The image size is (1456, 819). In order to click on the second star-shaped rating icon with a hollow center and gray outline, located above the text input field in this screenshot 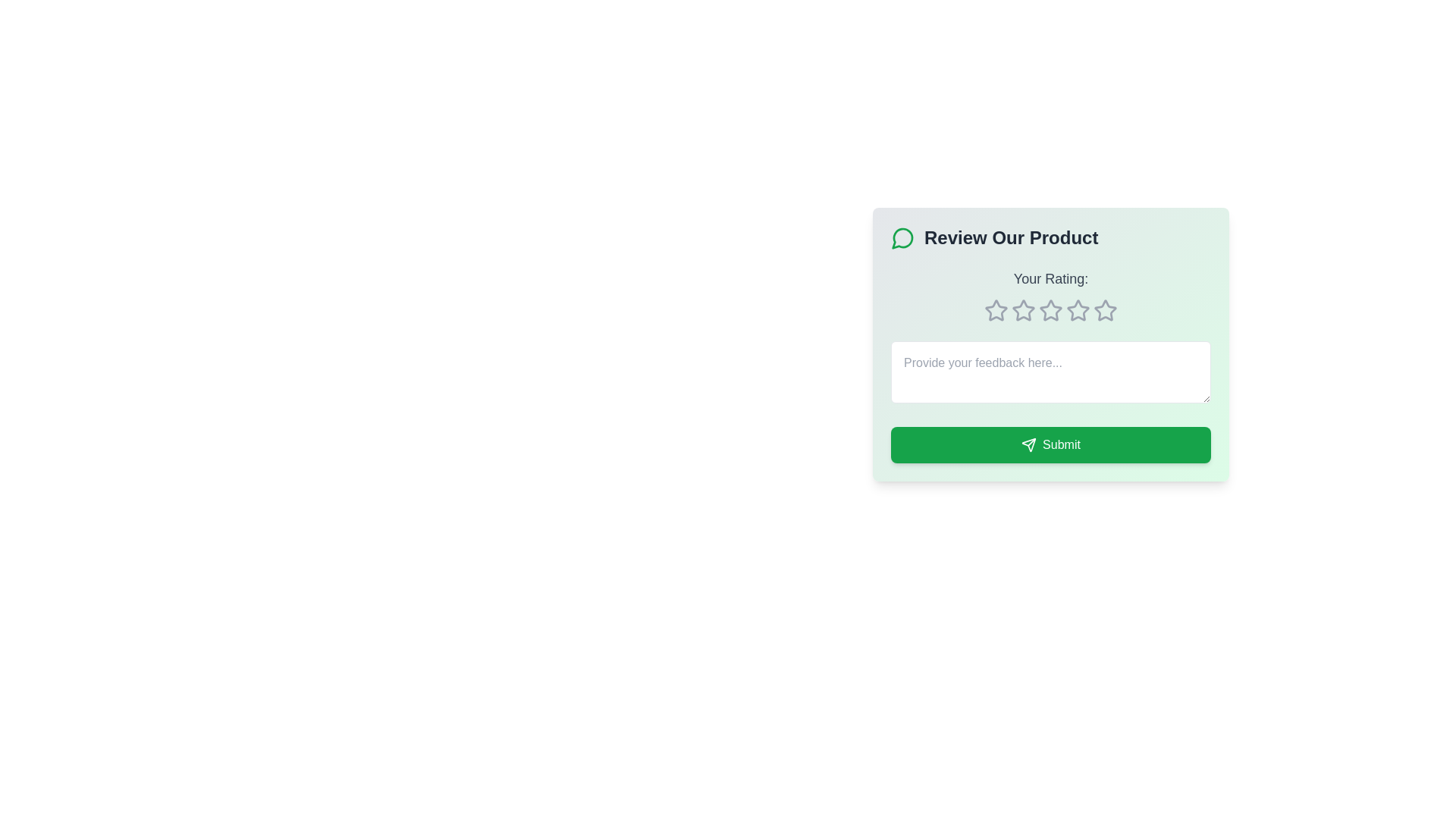, I will do `click(1023, 309)`.